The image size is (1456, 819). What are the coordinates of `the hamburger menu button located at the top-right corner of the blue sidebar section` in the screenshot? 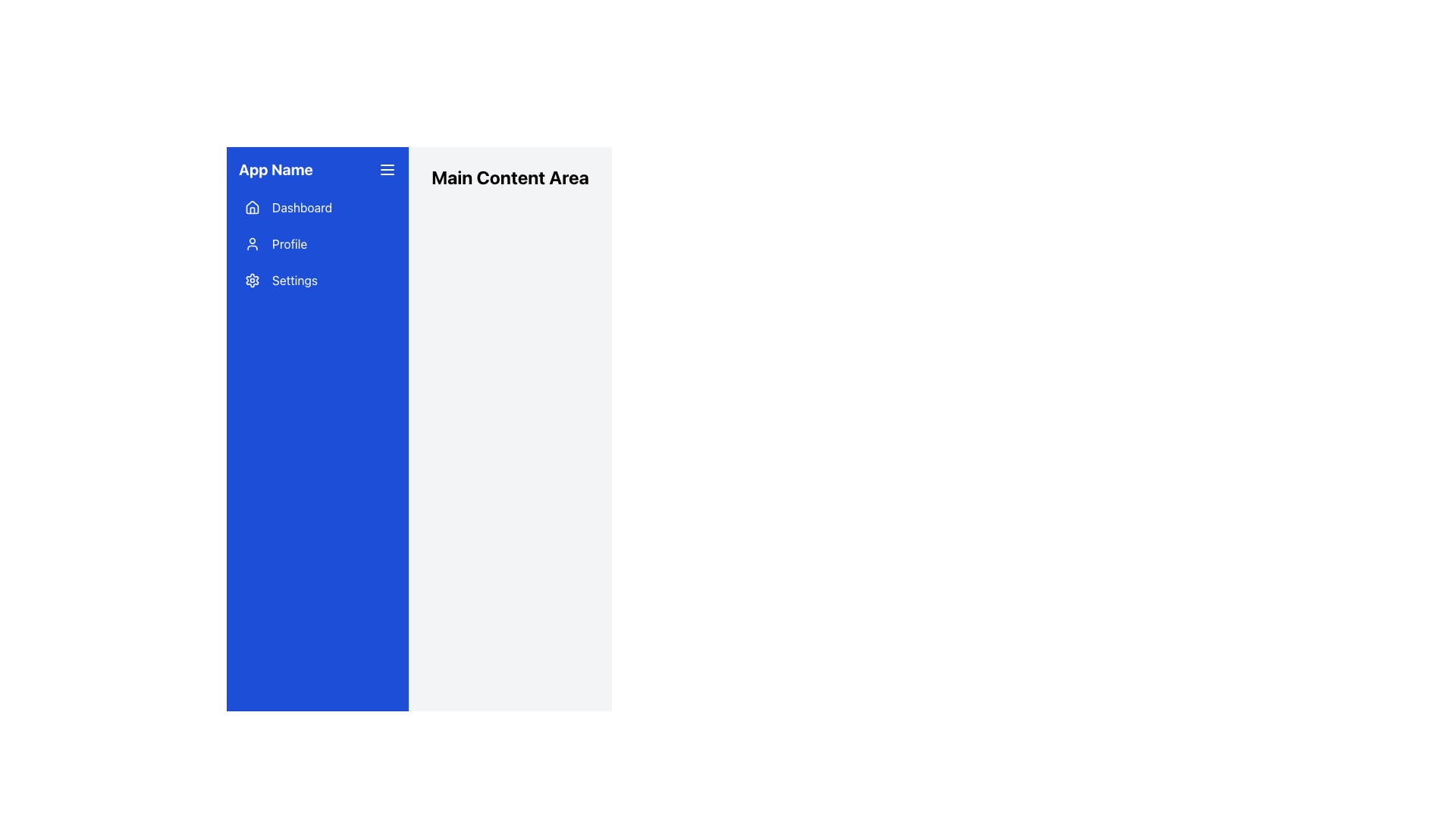 It's located at (387, 169).